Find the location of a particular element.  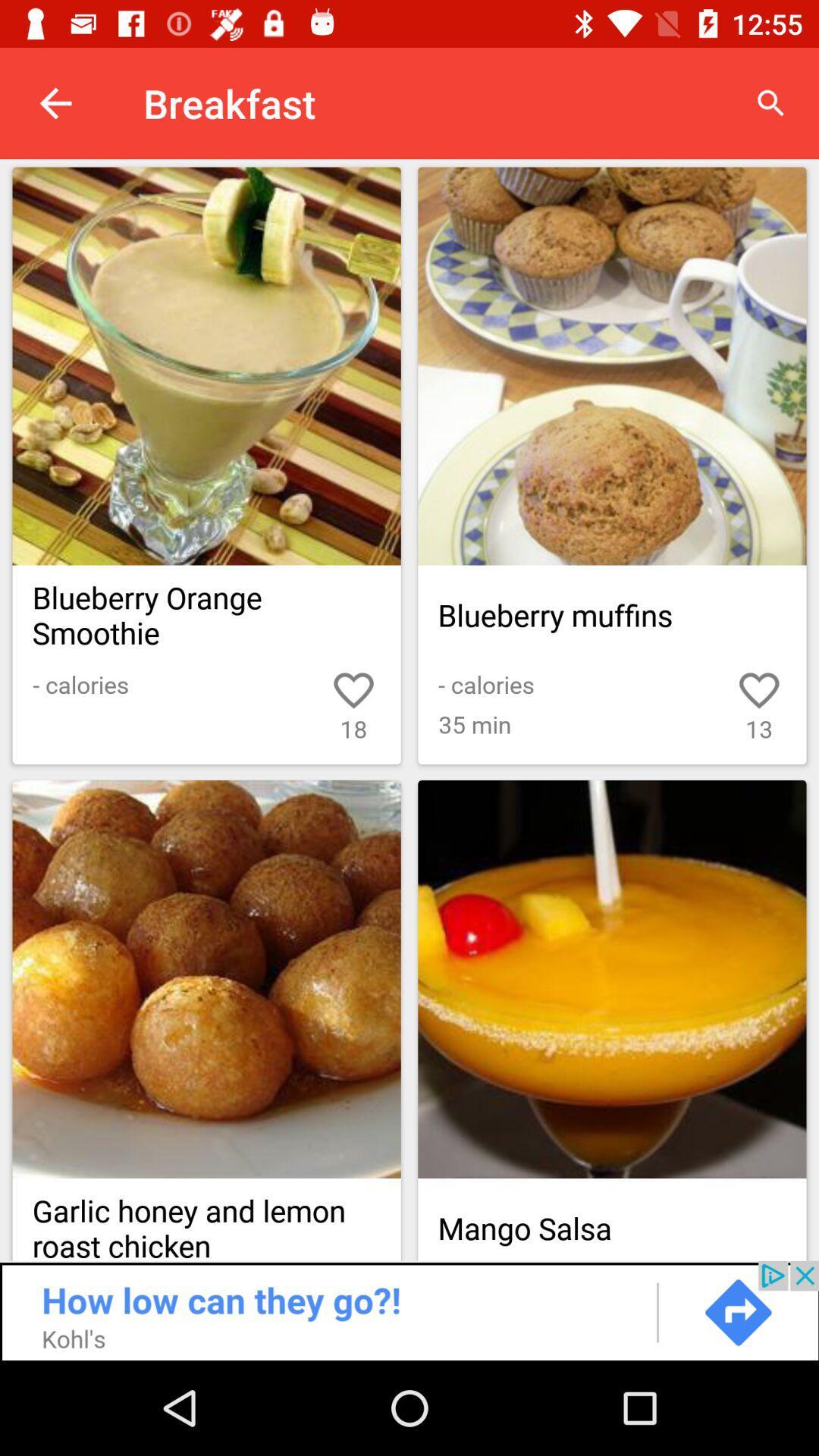

display picture is located at coordinates (206, 979).